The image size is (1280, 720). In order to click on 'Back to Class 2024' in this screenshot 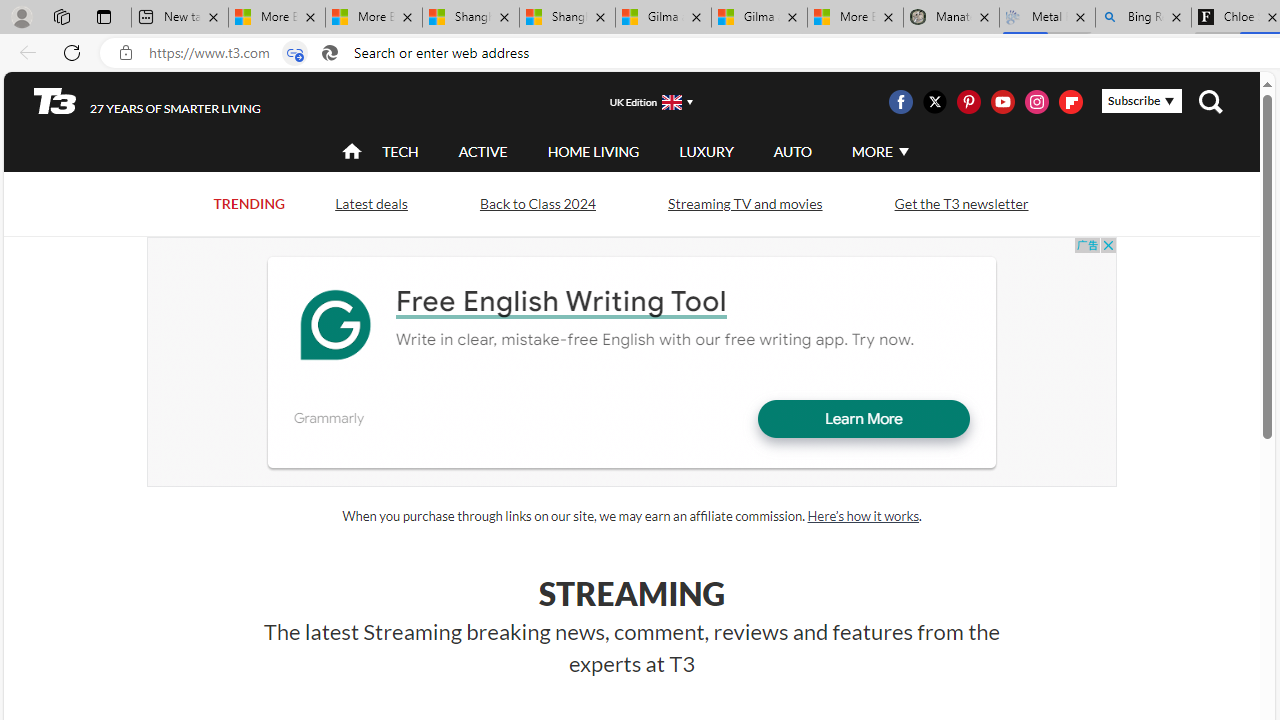, I will do `click(537, 203)`.